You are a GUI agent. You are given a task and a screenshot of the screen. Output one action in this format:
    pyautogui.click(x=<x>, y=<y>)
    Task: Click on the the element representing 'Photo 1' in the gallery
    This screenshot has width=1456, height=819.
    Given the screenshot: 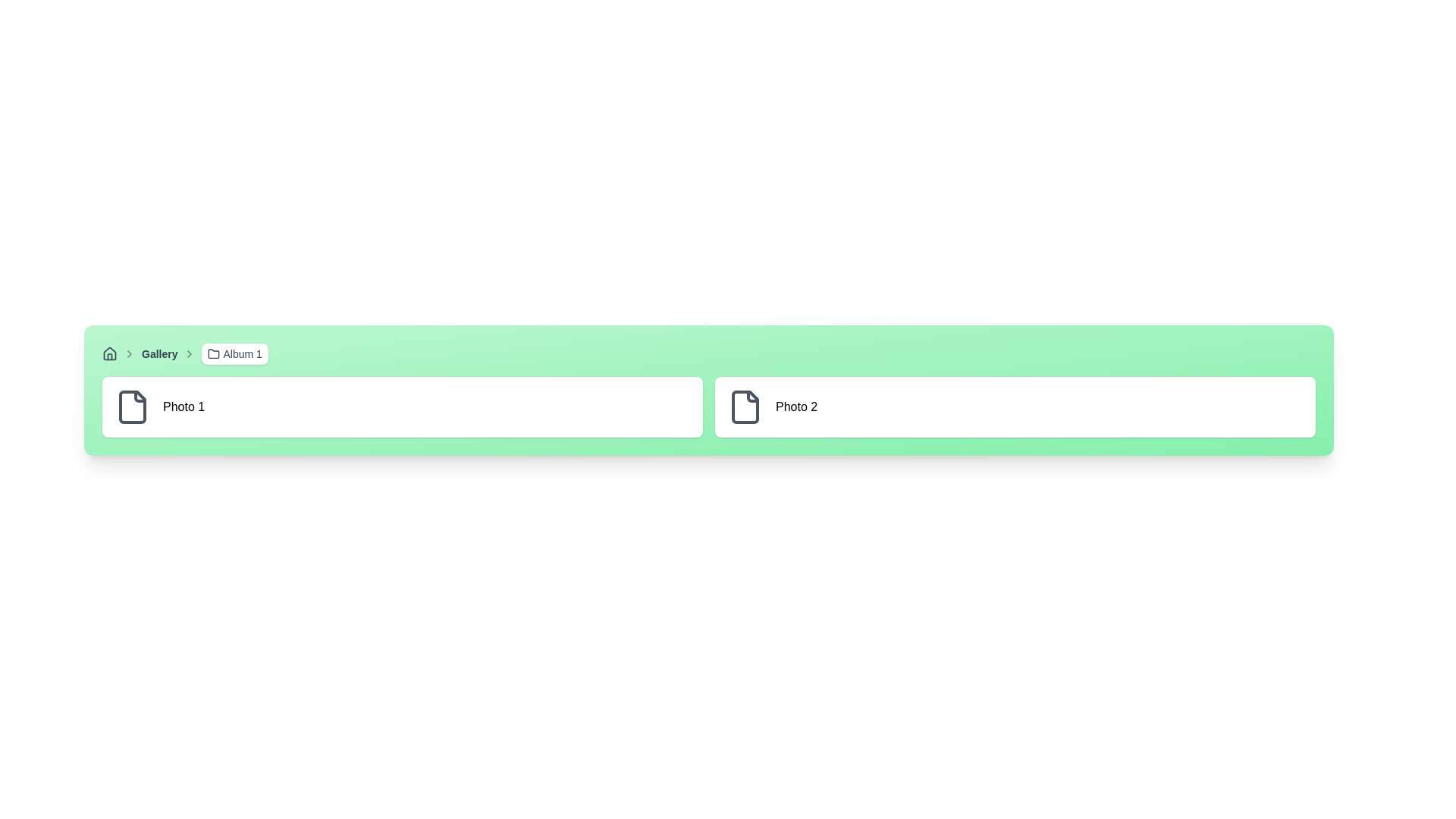 What is the action you would take?
    pyautogui.click(x=403, y=406)
    